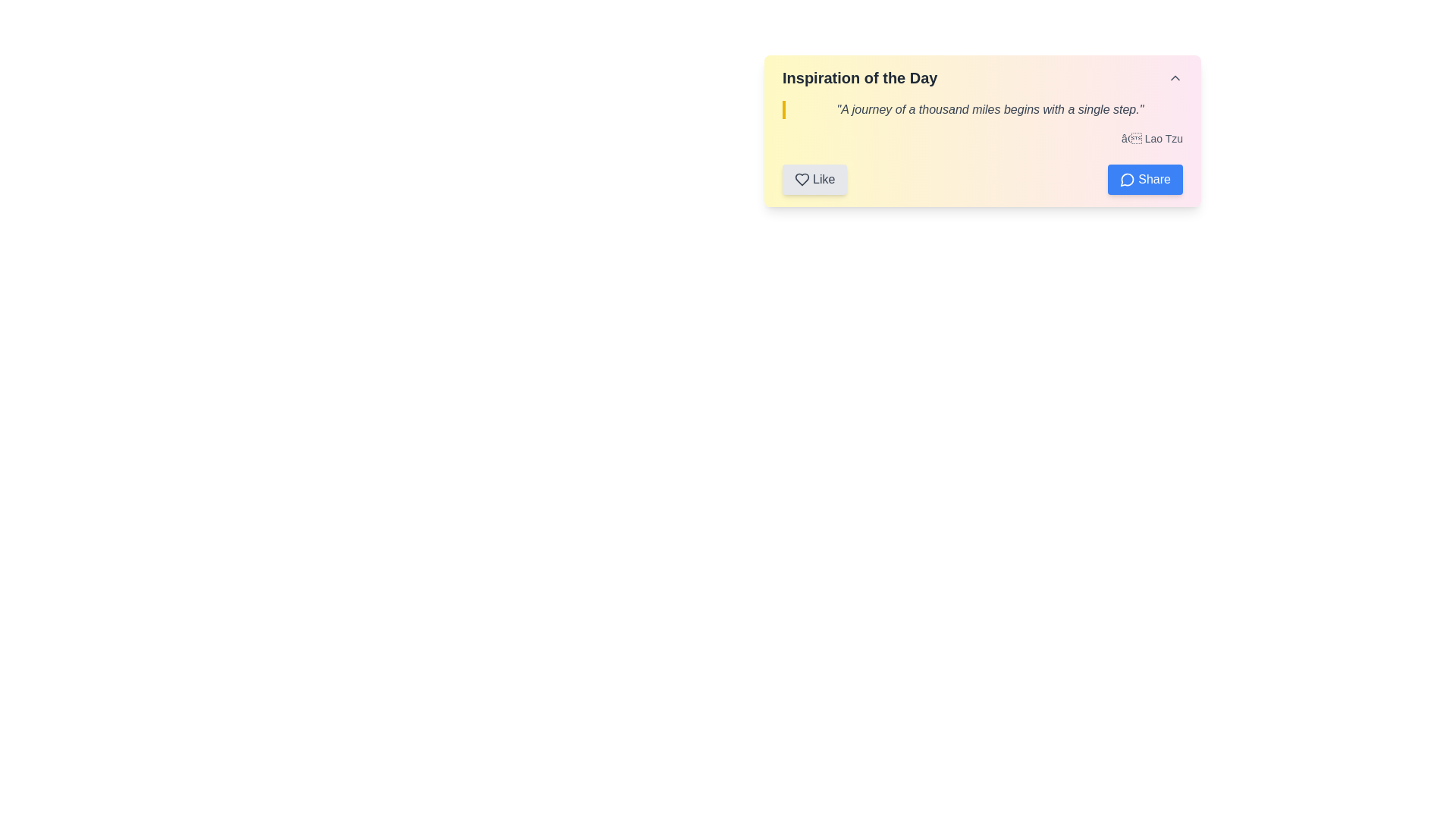  Describe the element at coordinates (801, 178) in the screenshot. I see `the heart icon that represents 'likes' or 'favorites', located to the left of the 'Like' text within a horizontally aligned group of elements` at that location.